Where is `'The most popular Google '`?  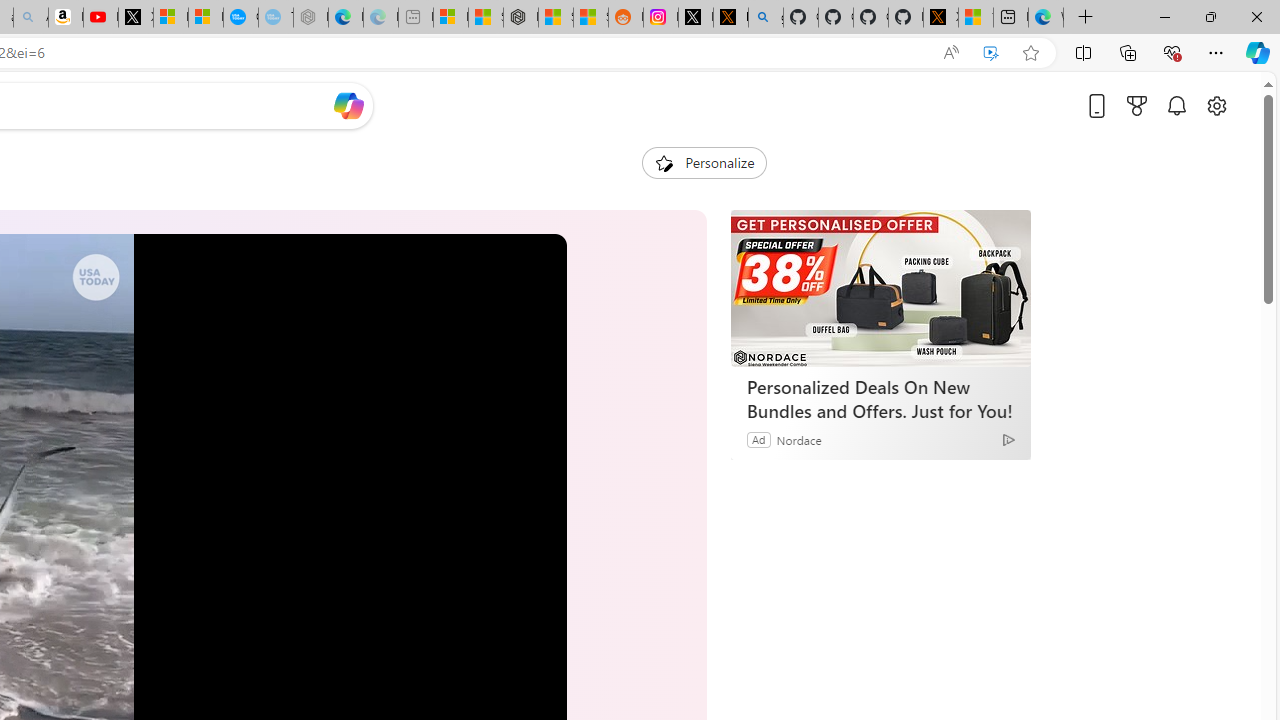
'The most popular Google ' is located at coordinates (274, 17).